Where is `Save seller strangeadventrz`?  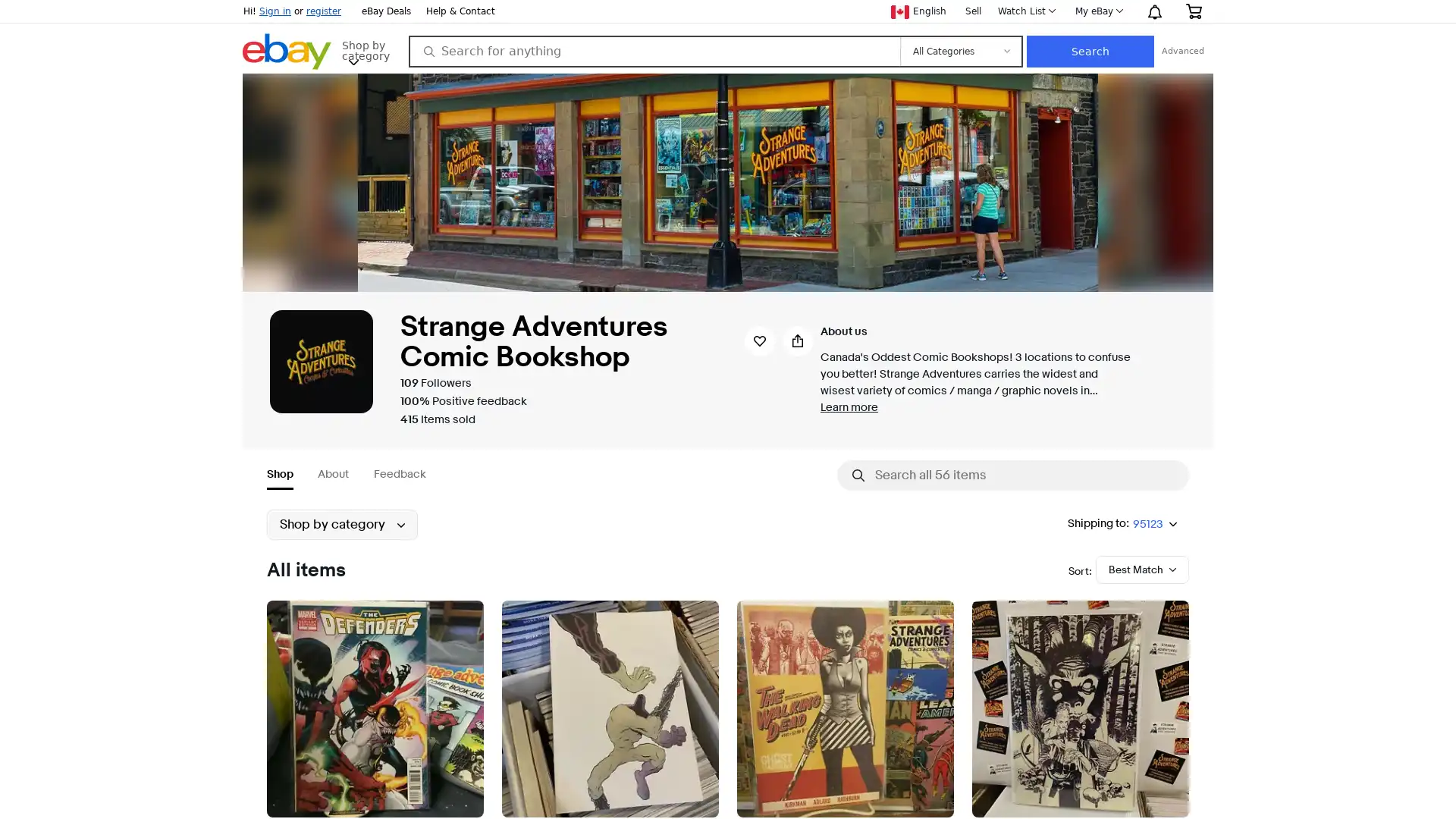
Save seller strangeadventrz is located at coordinates (759, 341).